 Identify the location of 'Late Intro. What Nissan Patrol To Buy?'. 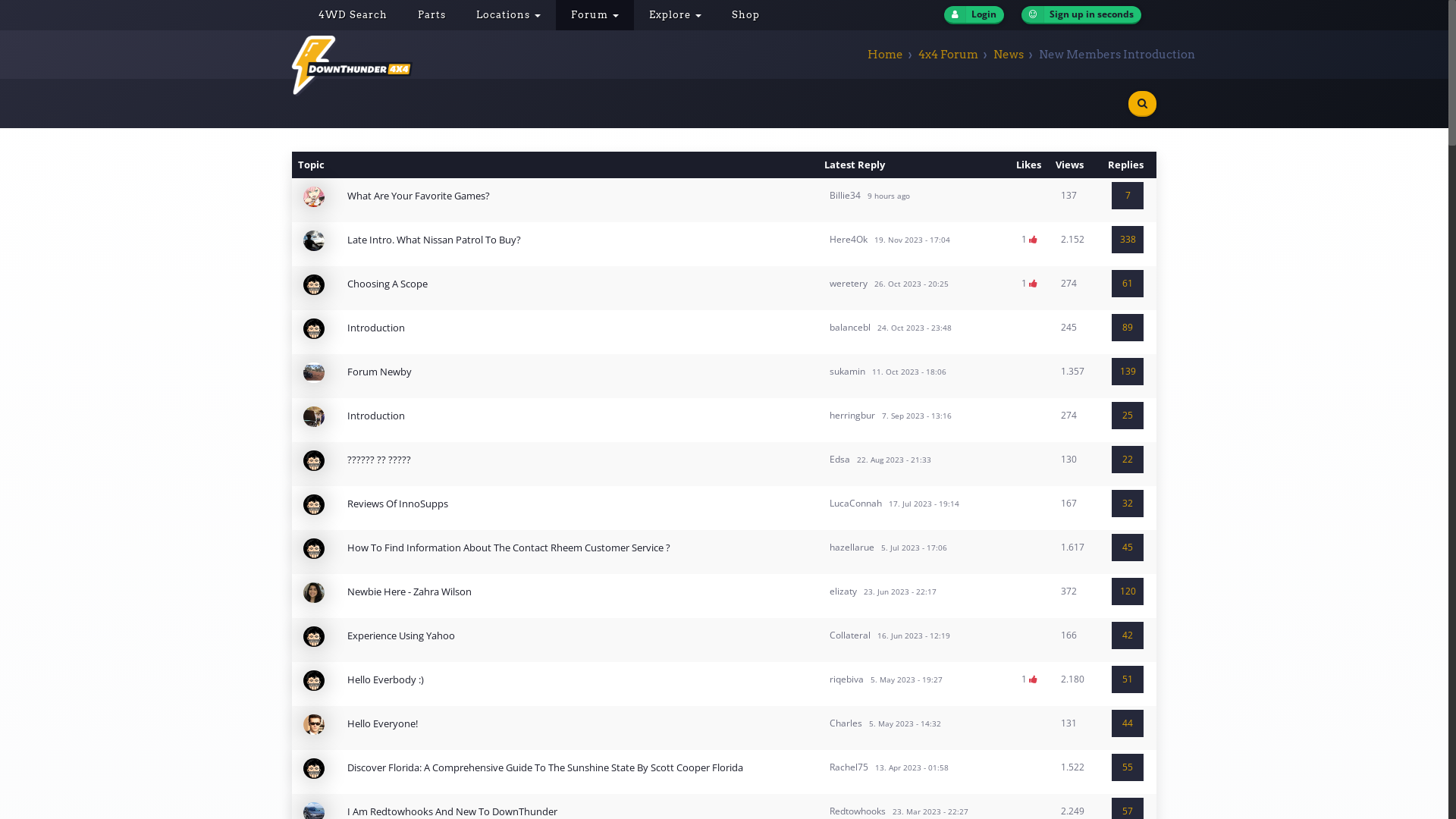
(346, 239).